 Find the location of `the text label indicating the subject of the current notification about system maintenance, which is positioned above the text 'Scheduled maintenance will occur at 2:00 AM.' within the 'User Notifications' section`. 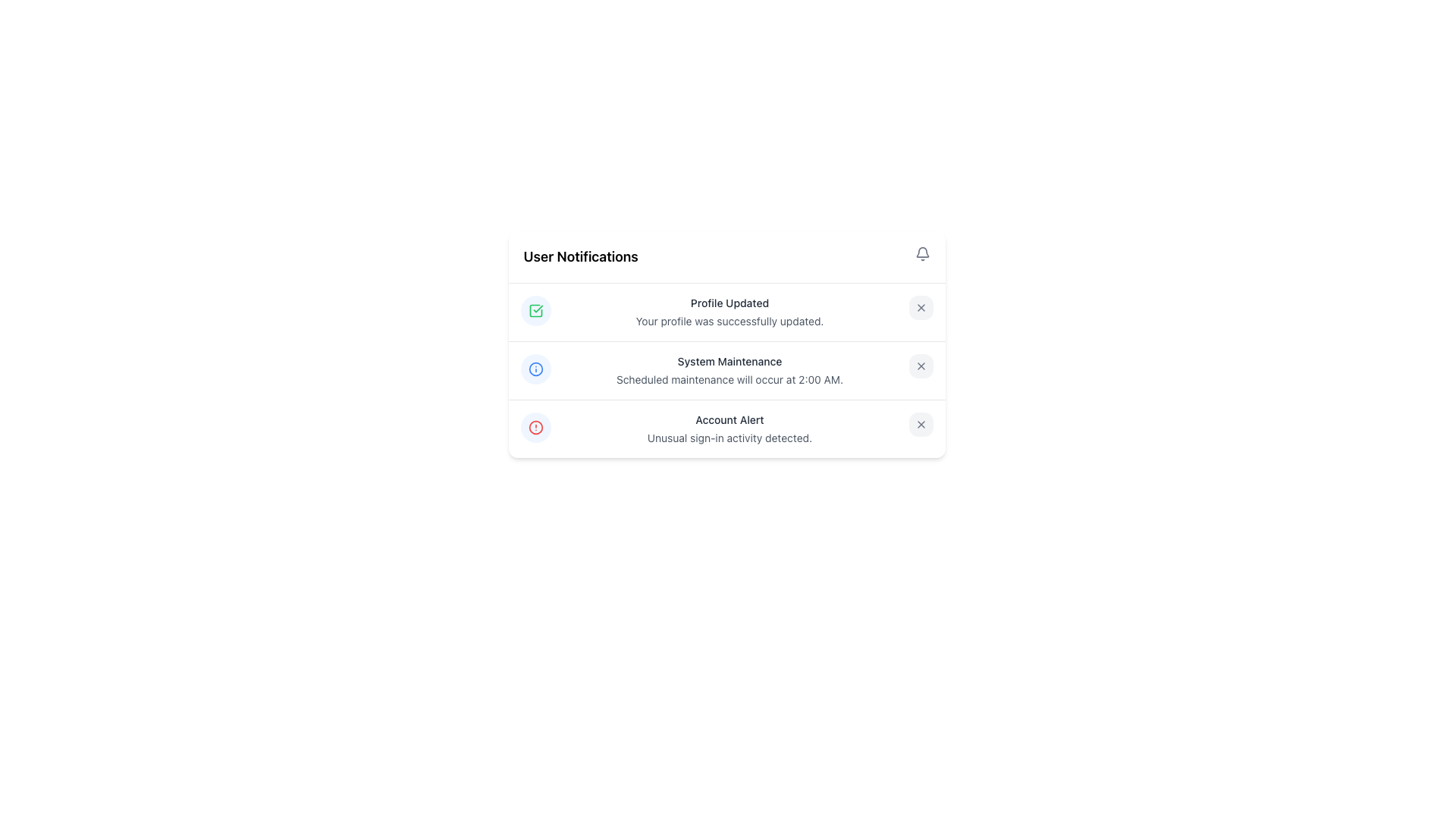

the text label indicating the subject of the current notification about system maintenance, which is positioned above the text 'Scheduled maintenance will occur at 2:00 AM.' within the 'User Notifications' section is located at coordinates (730, 362).